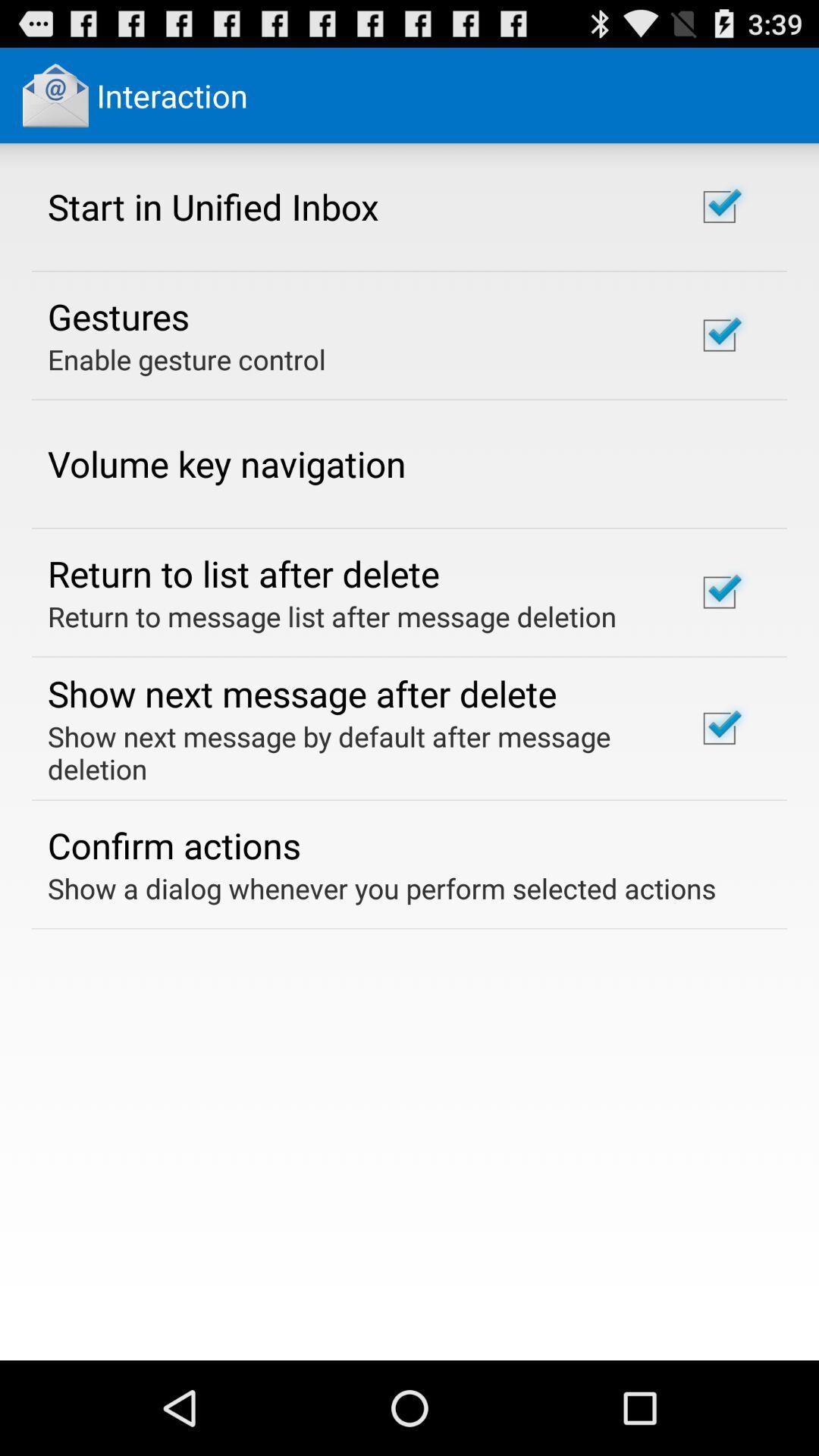 The width and height of the screenshot is (819, 1456). Describe the element at coordinates (718, 206) in the screenshot. I see `the first check box` at that location.